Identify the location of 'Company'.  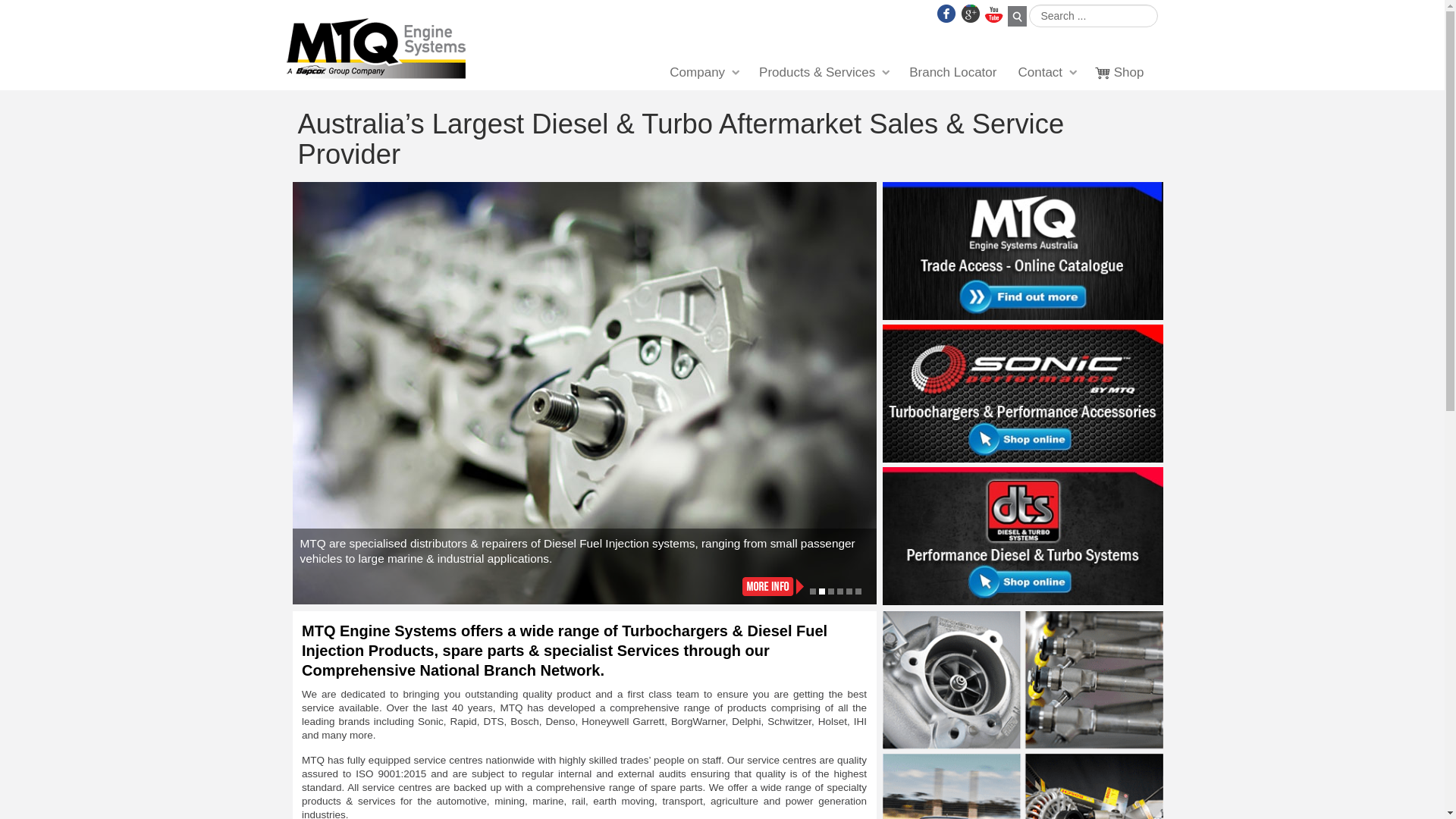
(702, 73).